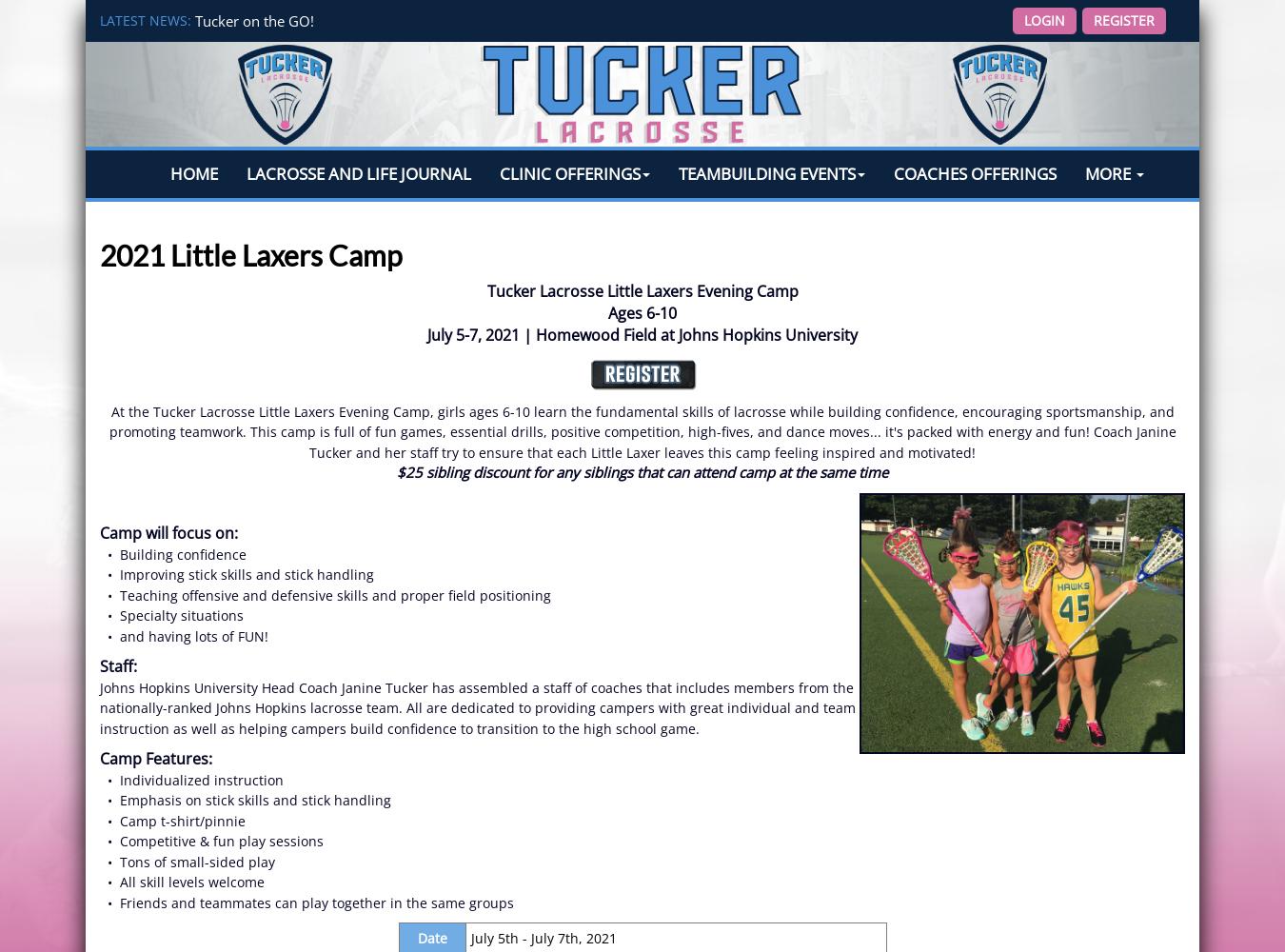 This screenshot has width=1285, height=952. I want to click on '•  Friends and teammates can play together in the same groups', so click(306, 901).